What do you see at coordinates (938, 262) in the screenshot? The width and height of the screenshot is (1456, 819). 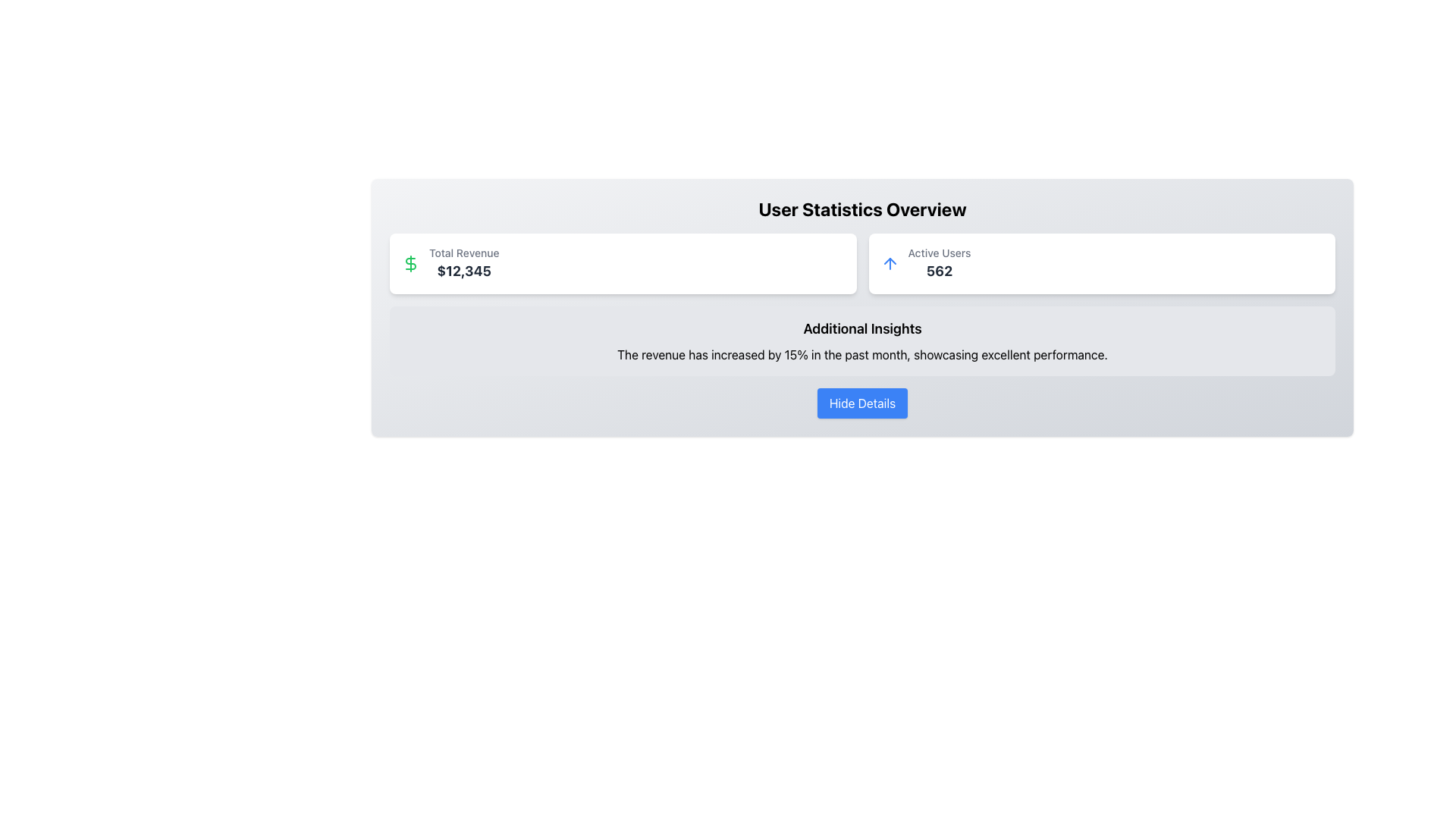 I see `the displayed count of active users in the Text Display located to the right of the upward arrow icon within the 'User Statistics Overview' section` at bounding box center [938, 262].